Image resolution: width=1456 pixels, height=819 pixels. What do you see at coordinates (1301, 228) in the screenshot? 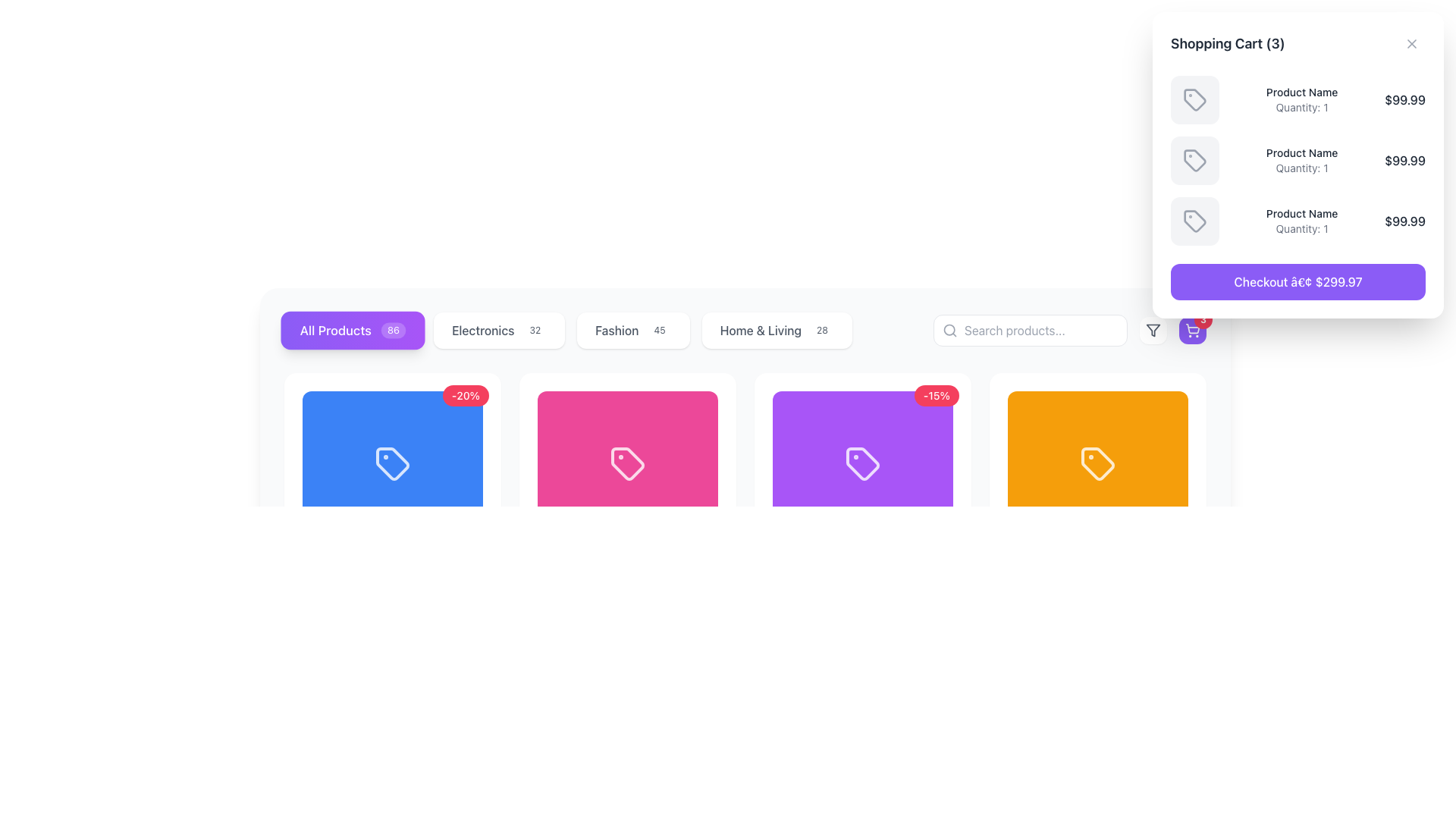
I see `the static text label that indicates the quantity of the respective product in the shopping cart, located below 'Product Name' and above the price '$99.99'` at bounding box center [1301, 228].